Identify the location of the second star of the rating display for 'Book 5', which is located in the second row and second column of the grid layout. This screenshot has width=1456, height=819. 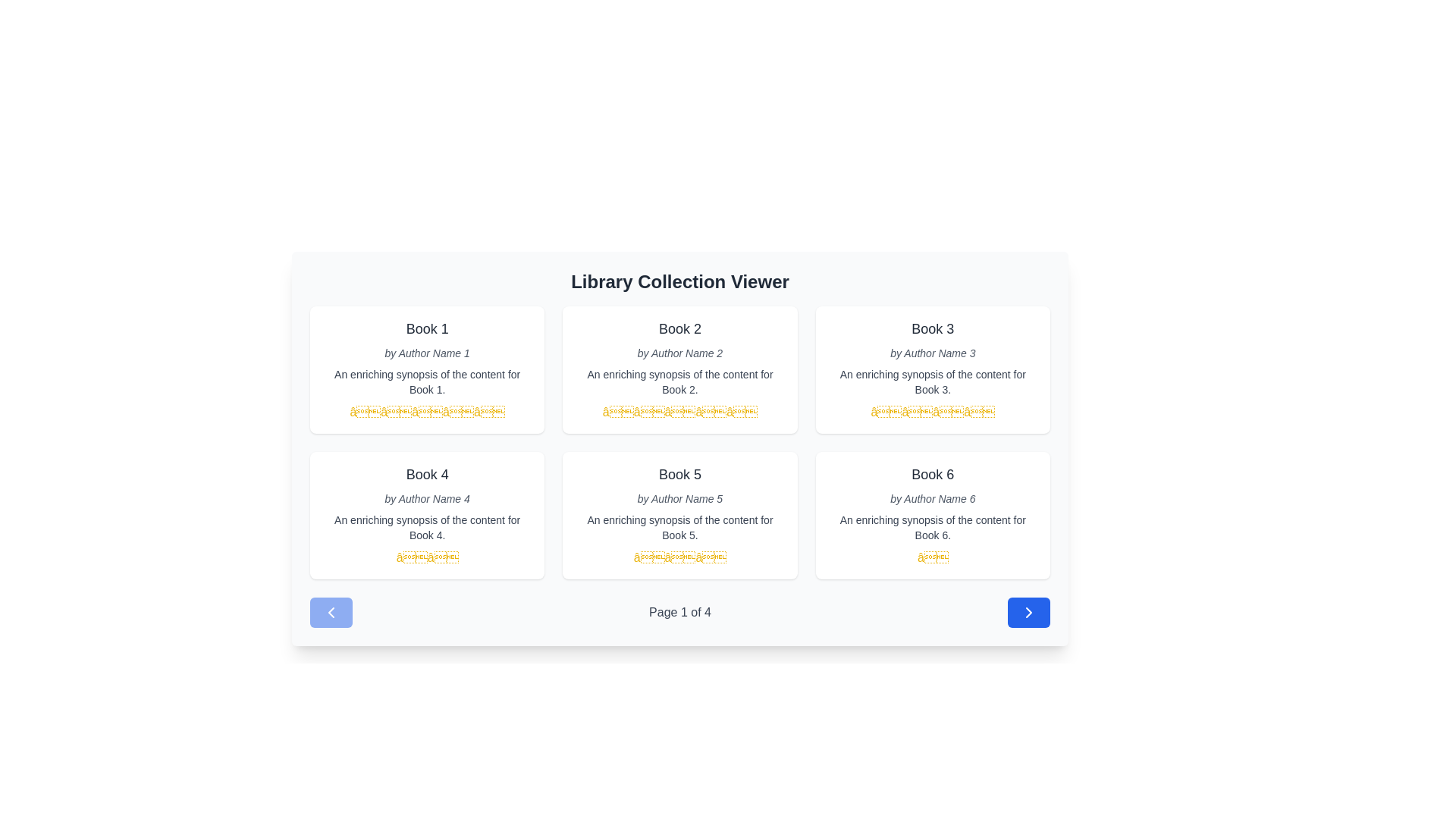
(679, 557).